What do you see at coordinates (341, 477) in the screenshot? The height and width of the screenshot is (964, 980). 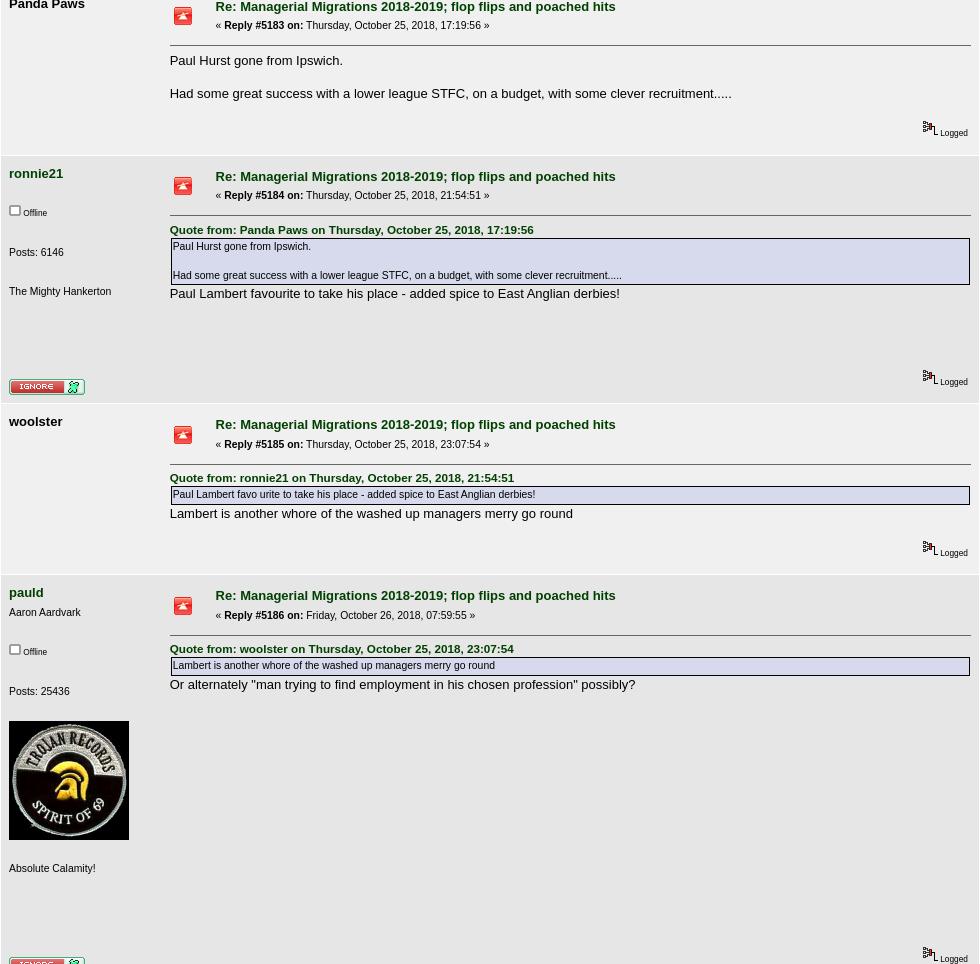 I see `'Quote from: ronnie21 on Thursday, October 25, 2018, 21:54:51'` at bounding box center [341, 477].